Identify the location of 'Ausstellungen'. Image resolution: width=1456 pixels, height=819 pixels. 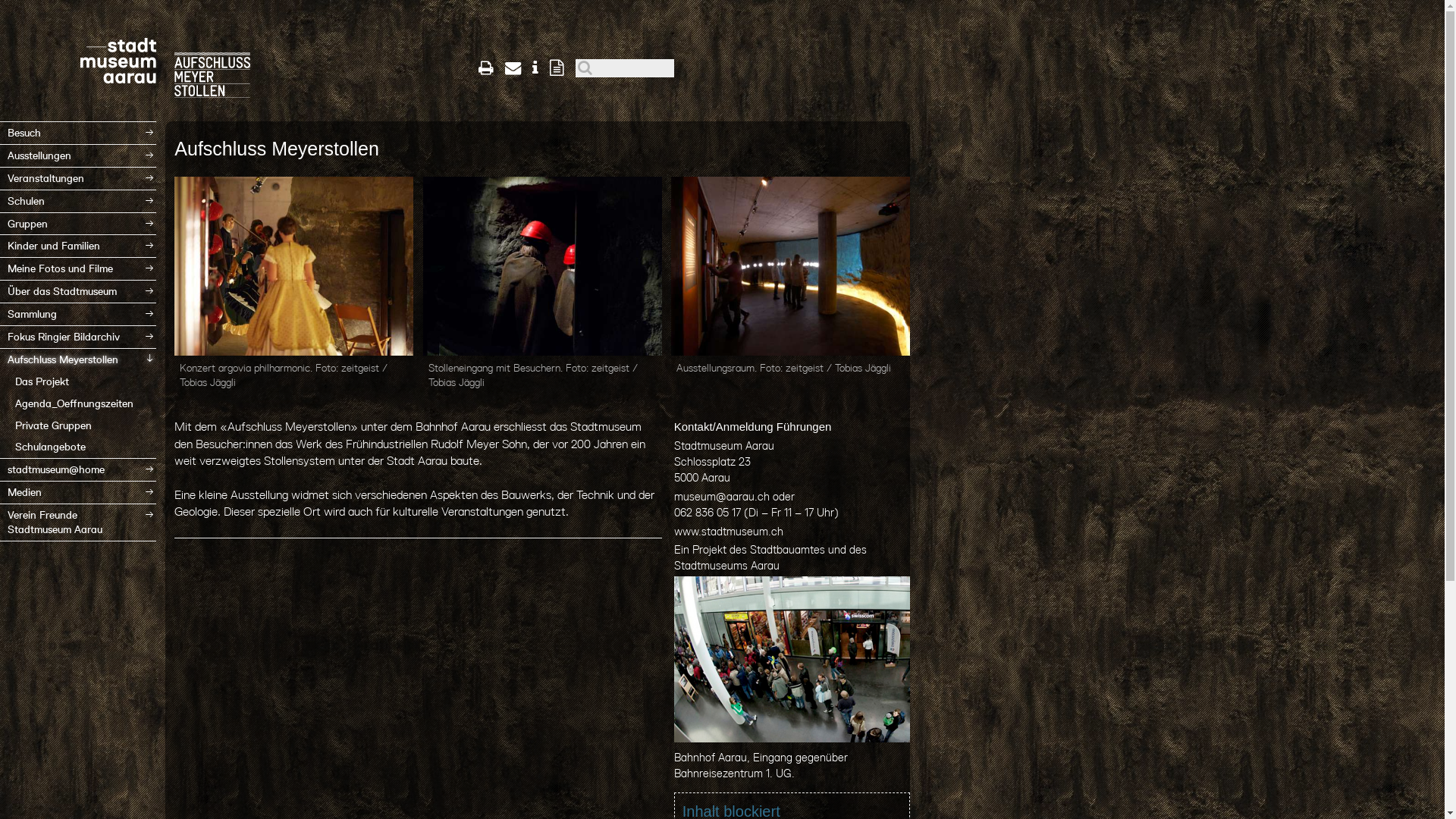
(77, 155).